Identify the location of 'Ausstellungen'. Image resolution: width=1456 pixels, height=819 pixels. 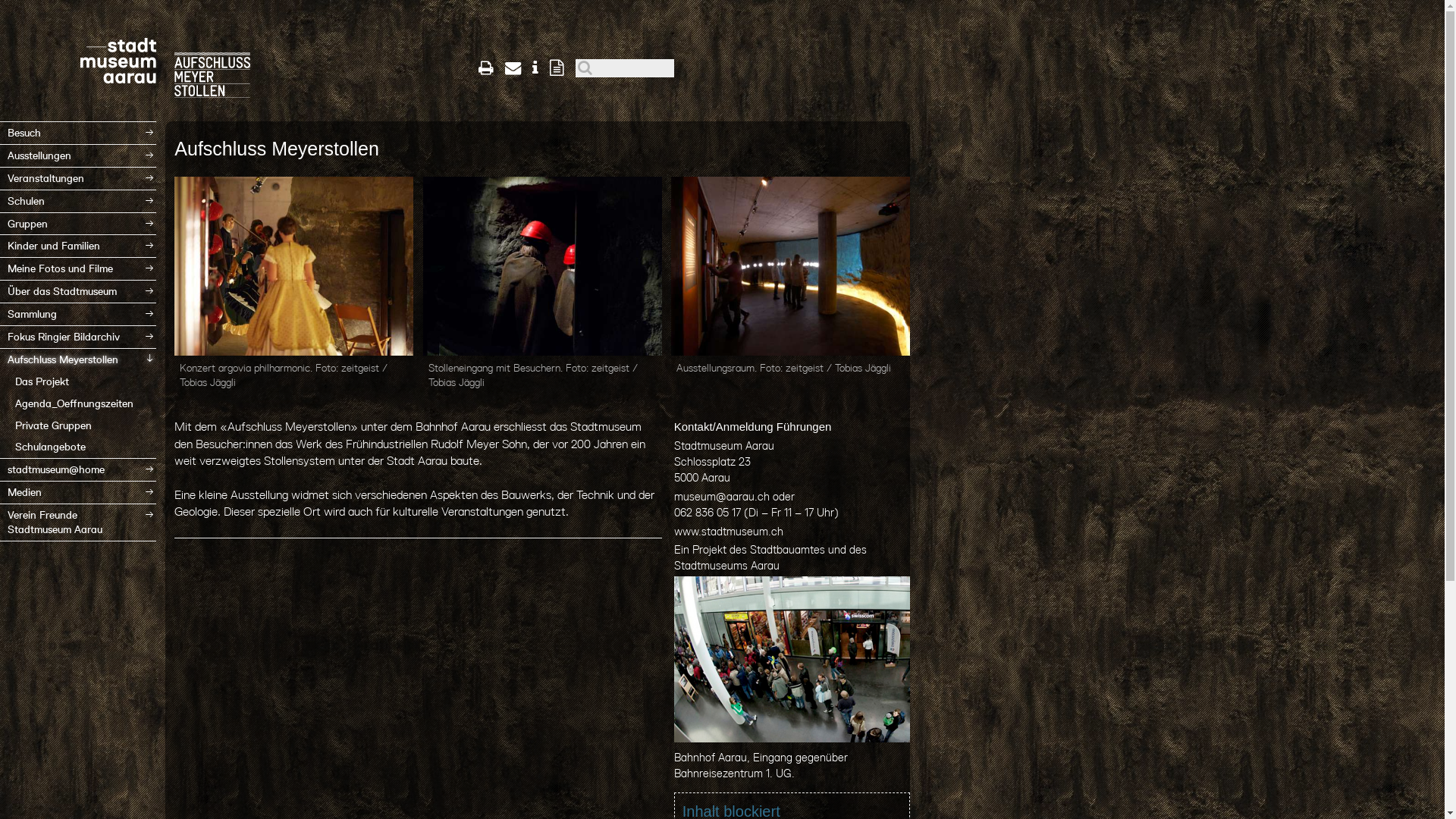
(77, 155).